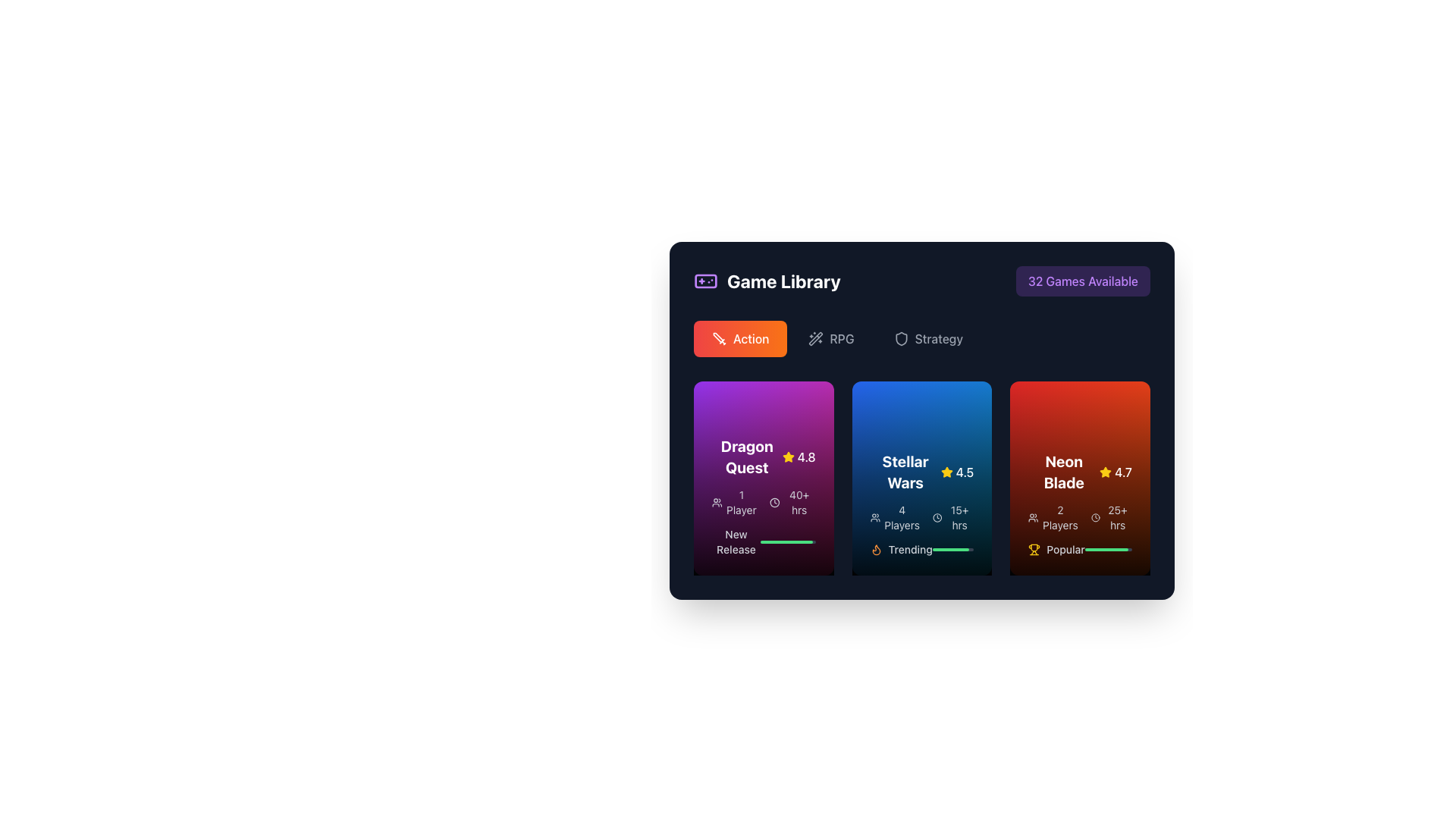  Describe the element at coordinates (875, 516) in the screenshot. I see `the small icon depicting a group of people next to the text '4 Players' in the central panel of the 'Stellar Wars' game interface` at that location.